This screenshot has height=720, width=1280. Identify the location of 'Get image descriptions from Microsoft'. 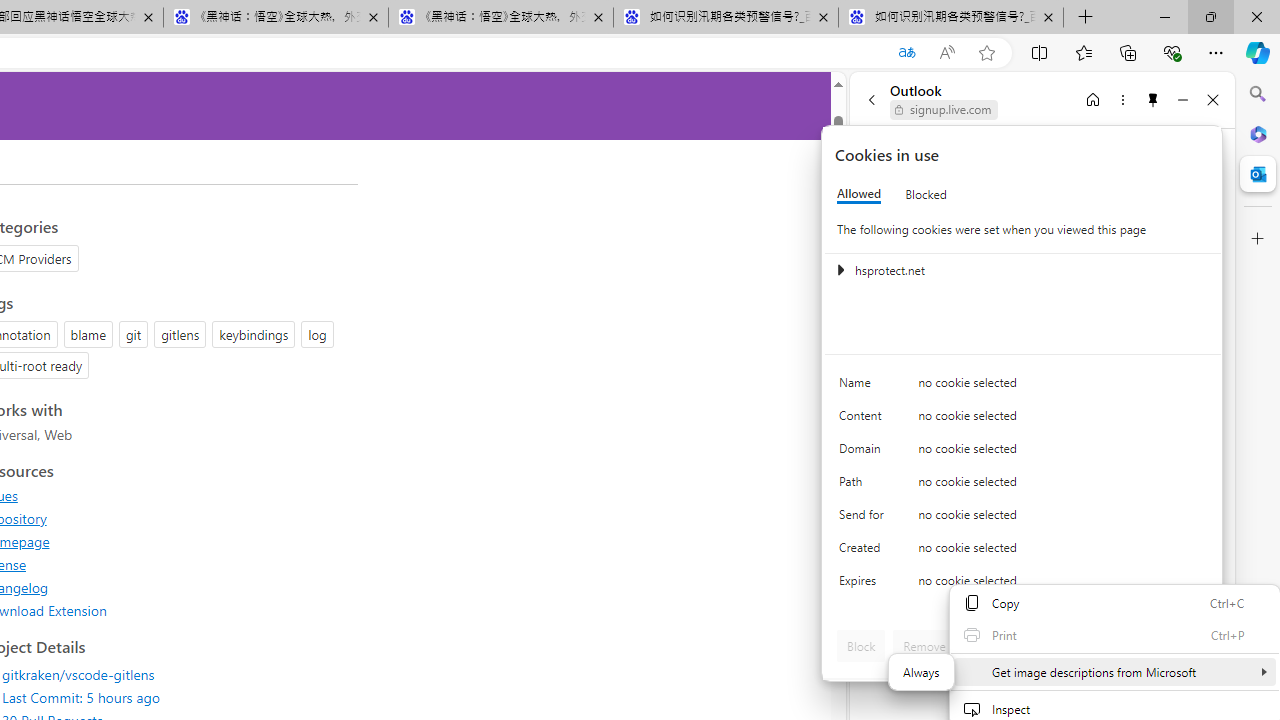
(1113, 672).